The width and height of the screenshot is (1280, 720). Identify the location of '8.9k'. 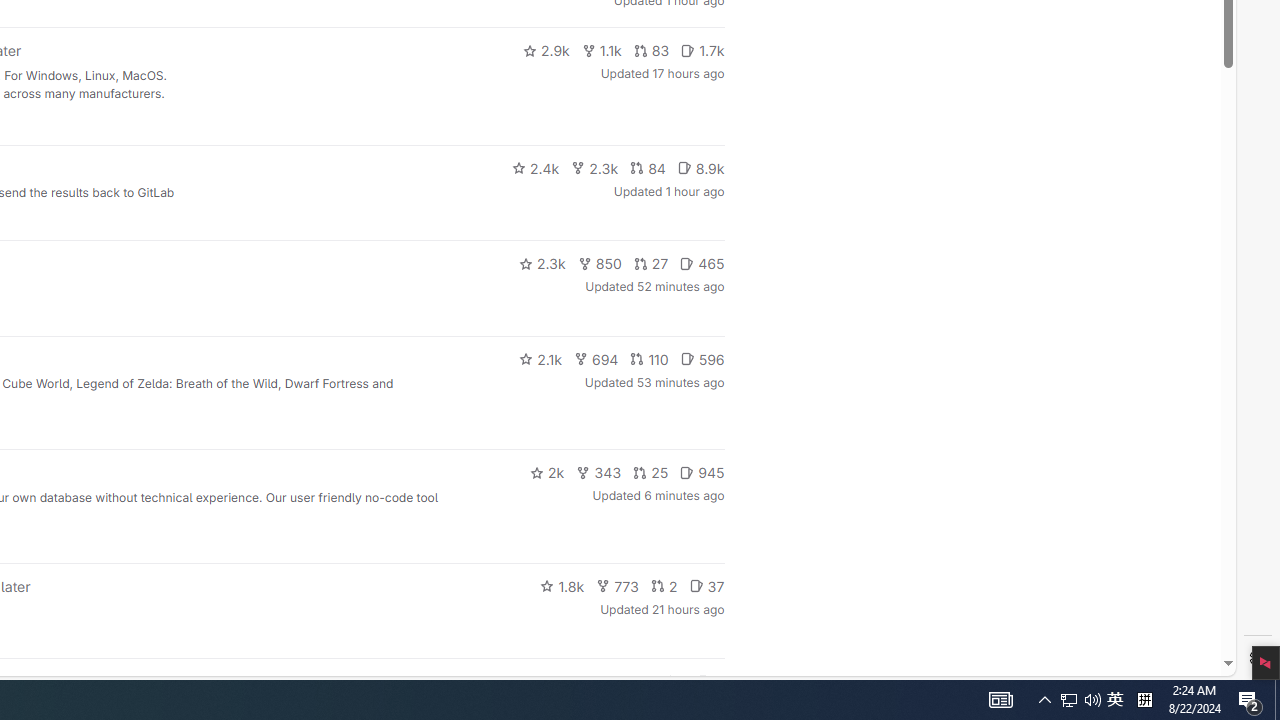
(700, 167).